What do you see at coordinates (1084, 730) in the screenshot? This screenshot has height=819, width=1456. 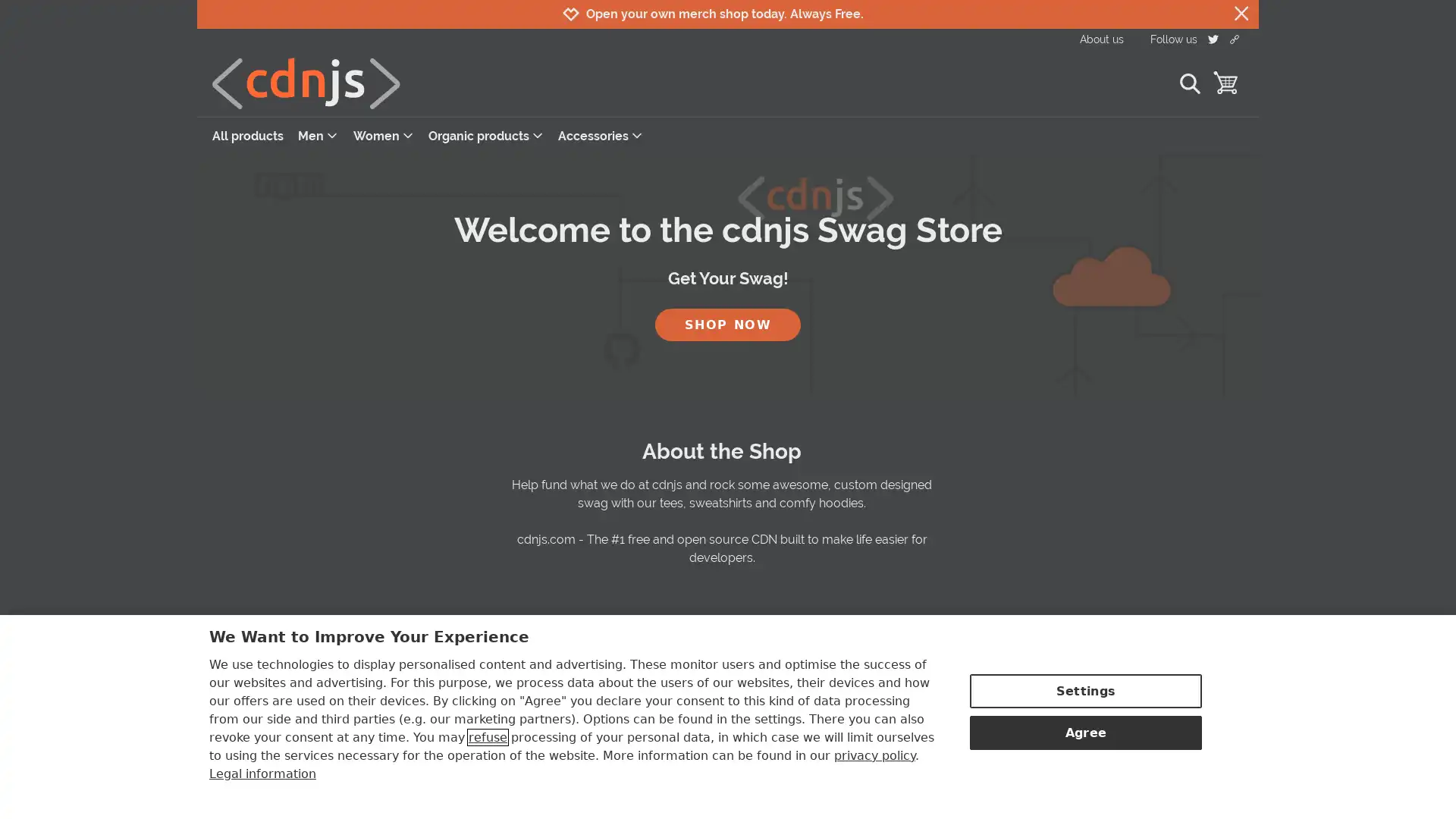 I see `Agree` at bounding box center [1084, 730].